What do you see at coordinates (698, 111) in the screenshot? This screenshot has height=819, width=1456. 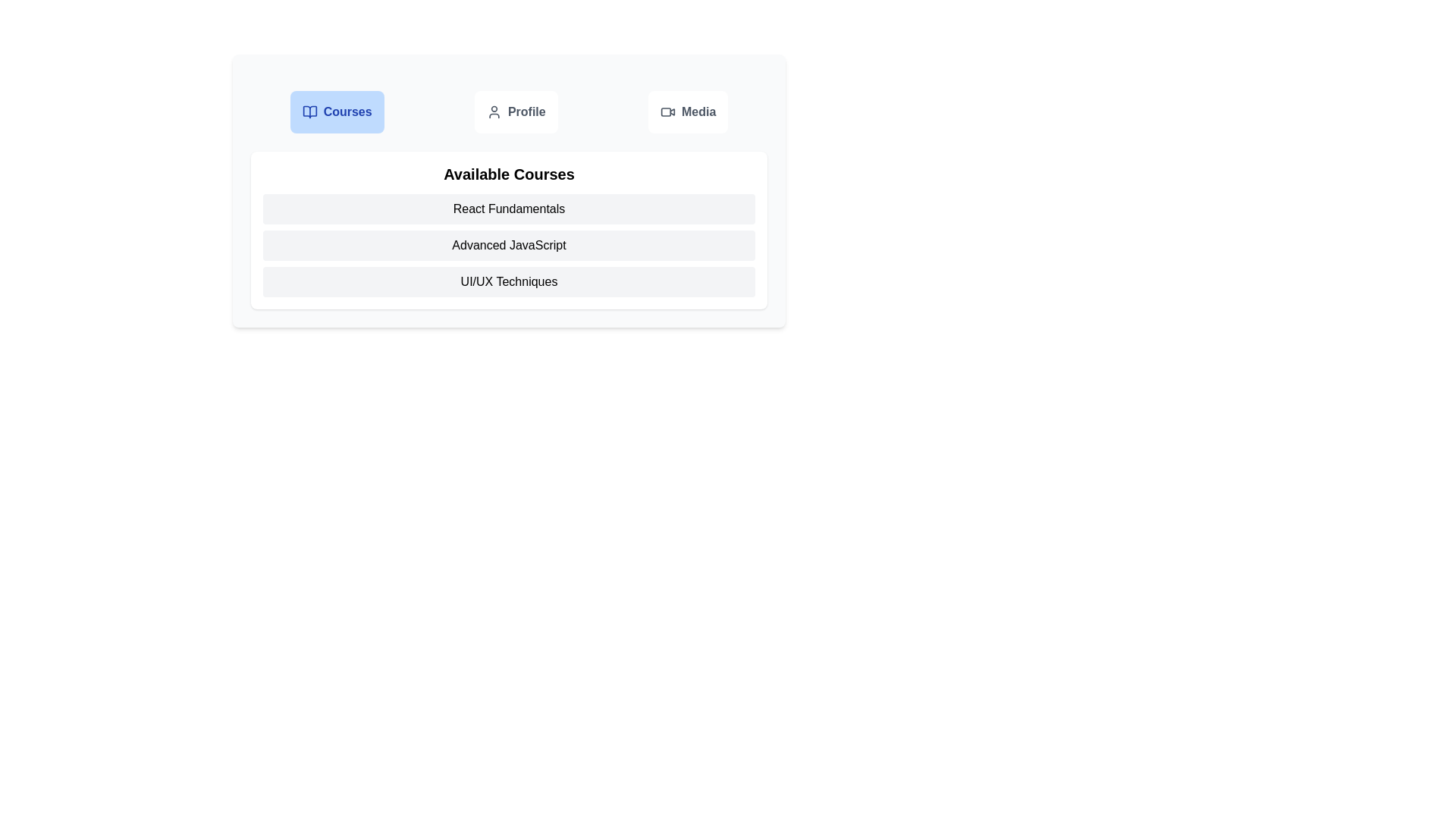 I see `the button labeled 'Media' which is styled in gray font and located in the top-right corner of the interface, next to the 'Profile' button and associated with a video camera icon` at bounding box center [698, 111].